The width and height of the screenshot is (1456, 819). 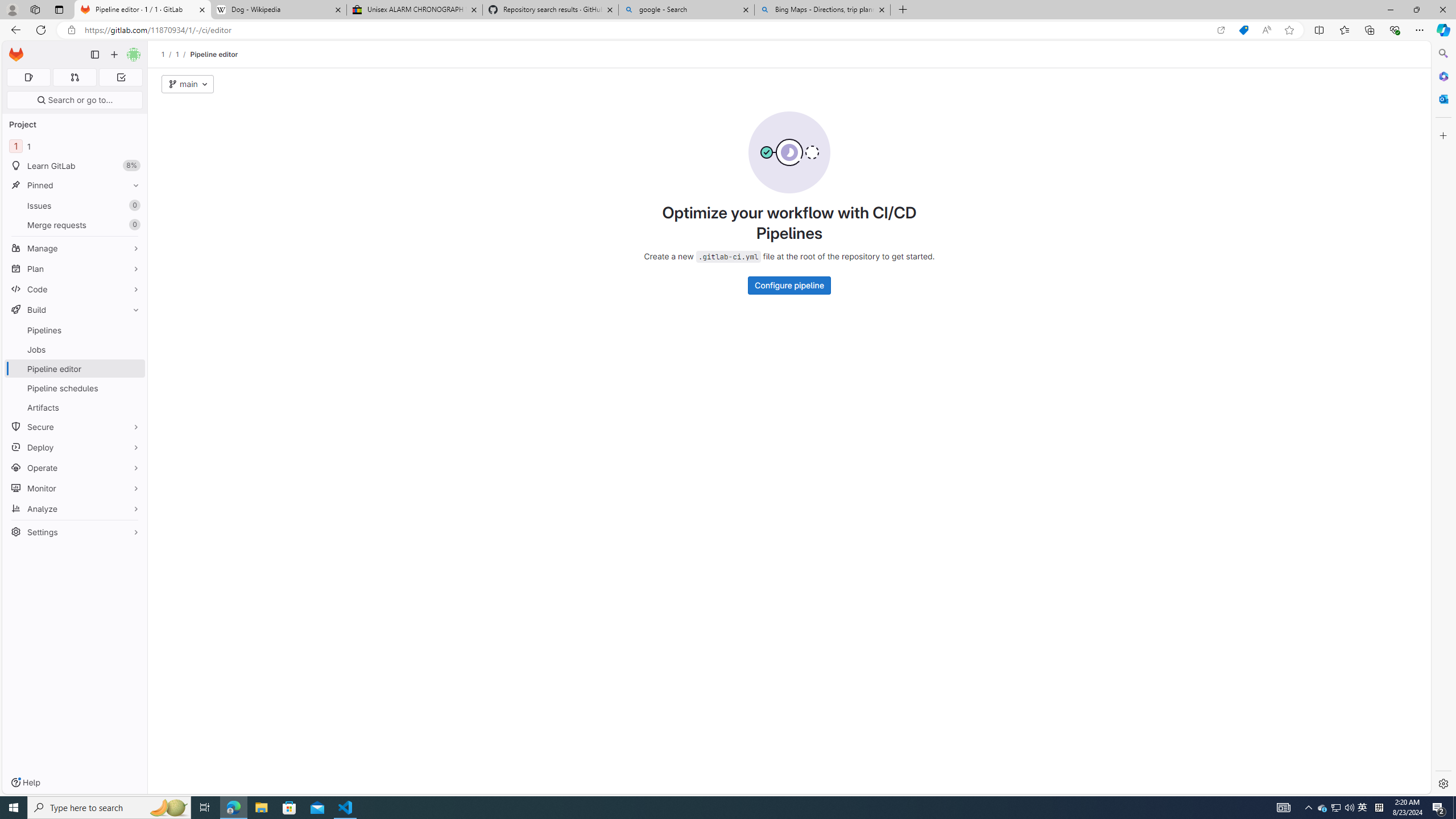 What do you see at coordinates (74, 427) in the screenshot?
I see `'Secure'` at bounding box center [74, 427].